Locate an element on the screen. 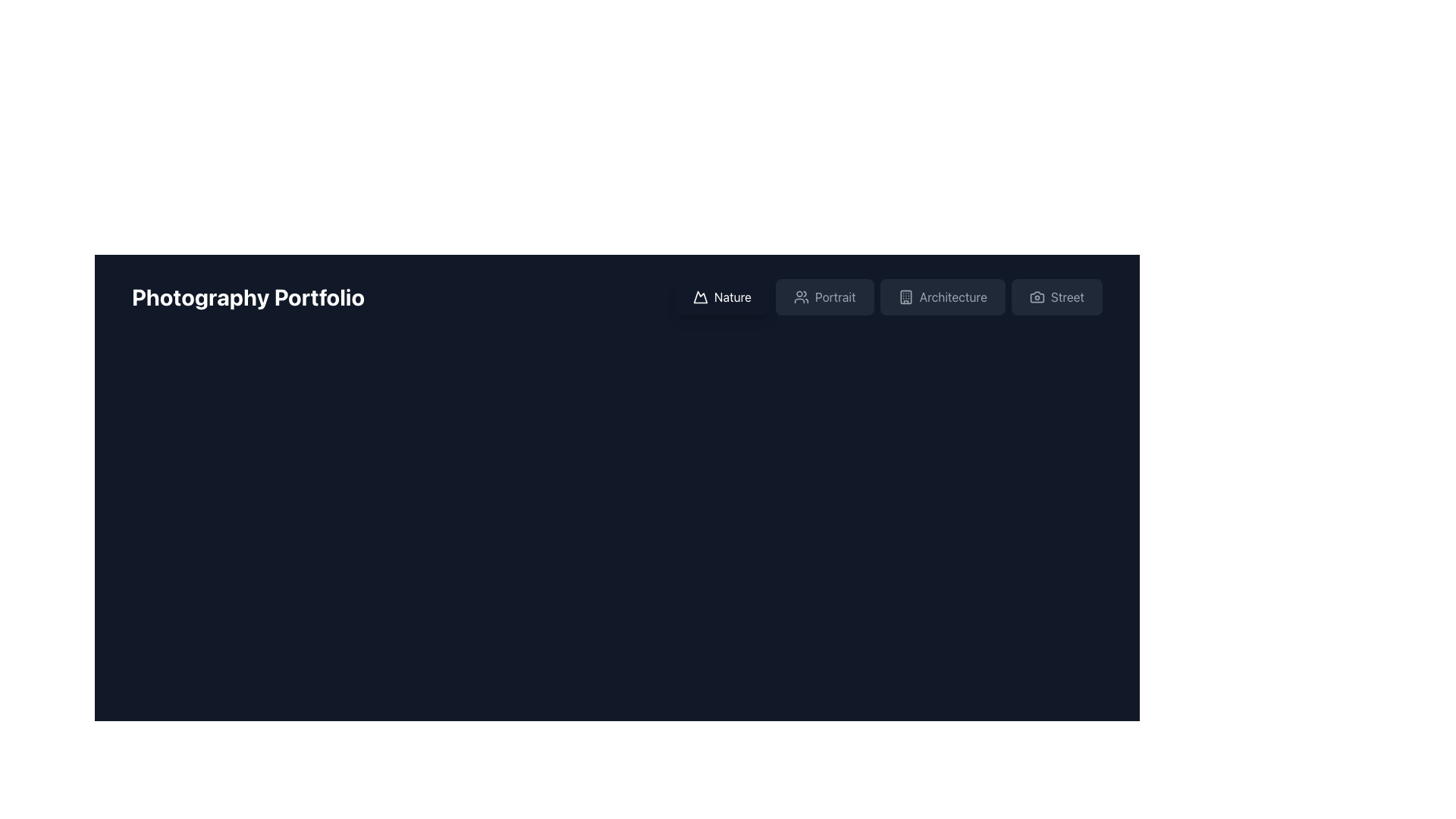 Image resolution: width=1456 pixels, height=819 pixels. the 'Architecture' button is located at coordinates (888, 297).